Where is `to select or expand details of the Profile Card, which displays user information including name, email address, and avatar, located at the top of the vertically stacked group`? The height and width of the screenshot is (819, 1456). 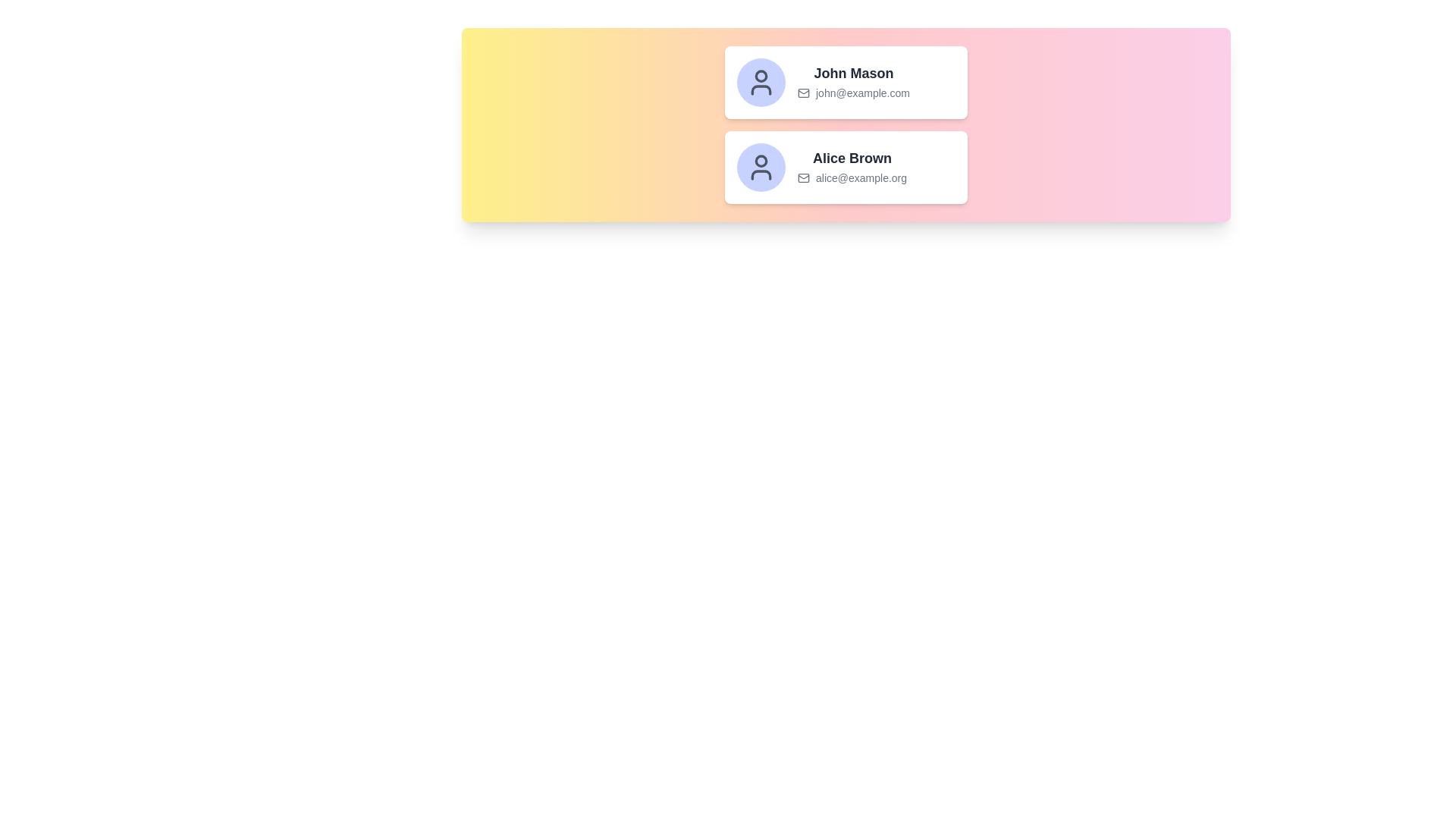 to select or expand details of the Profile Card, which displays user information including name, email address, and avatar, located at the top of the vertically stacked group is located at coordinates (846, 82).